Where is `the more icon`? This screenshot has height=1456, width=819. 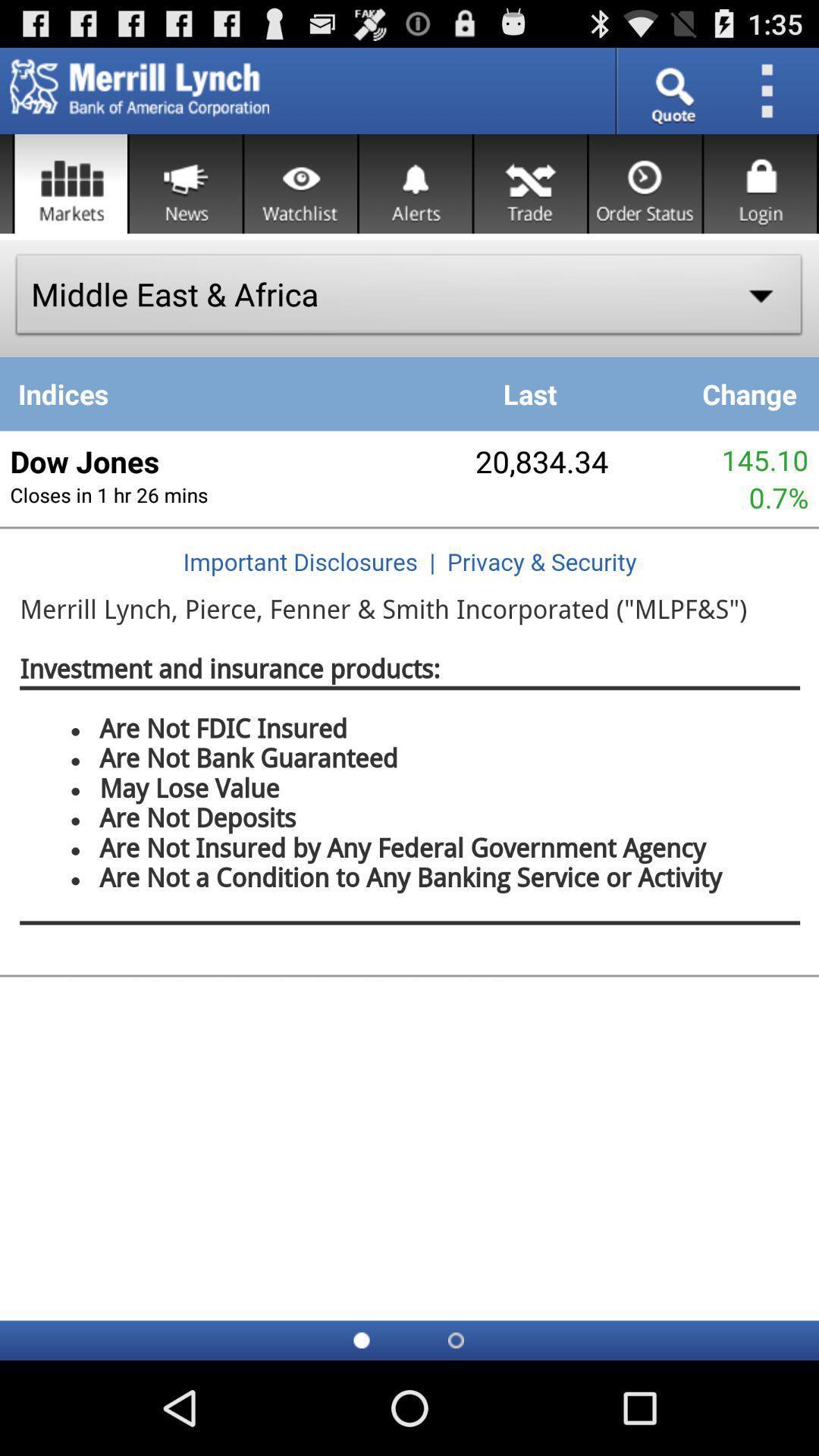 the more icon is located at coordinates (772, 96).